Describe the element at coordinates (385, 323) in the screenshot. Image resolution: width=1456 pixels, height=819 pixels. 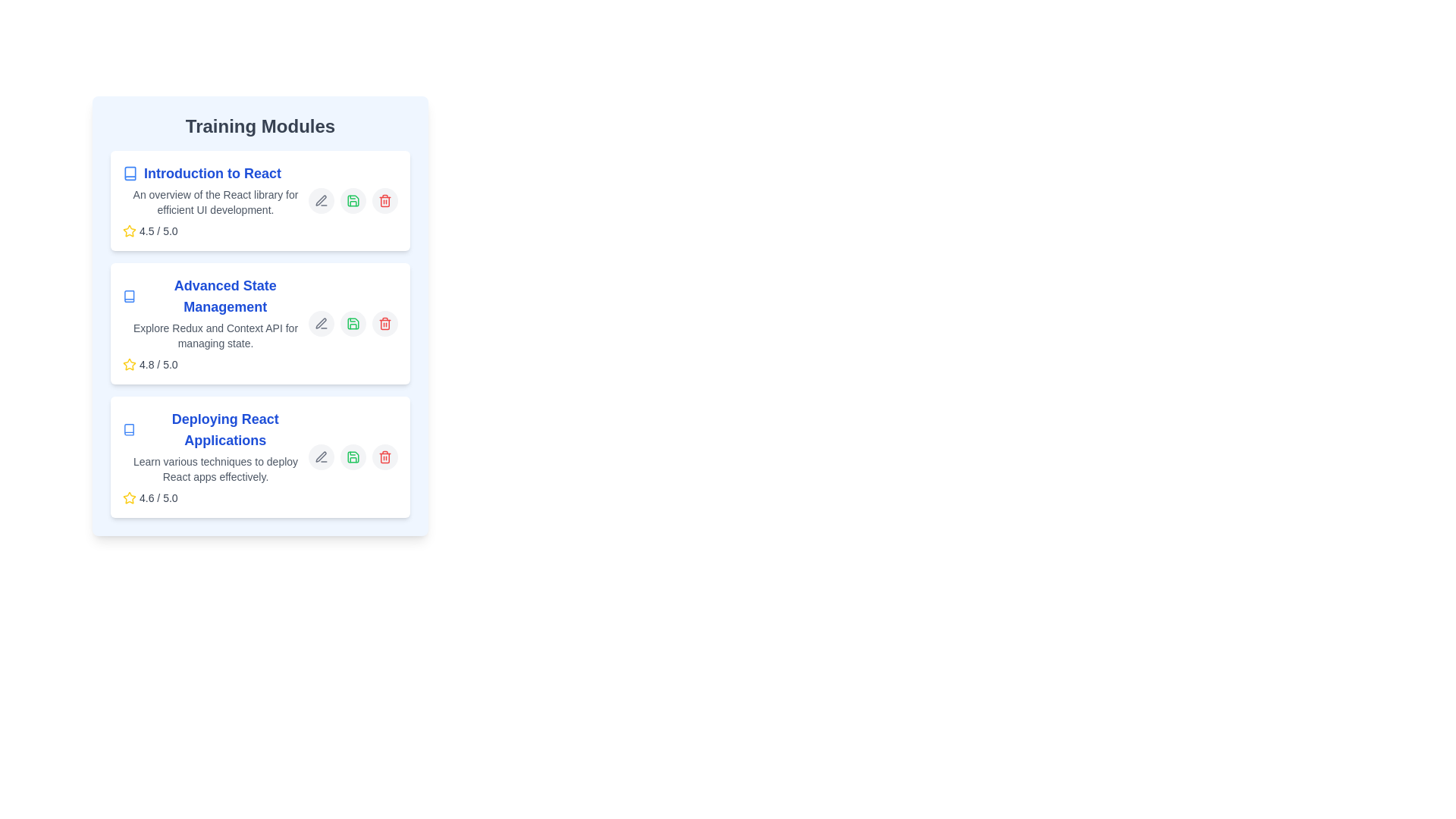
I see `the circular button with a gray background and a red trash can icon, which is the third button in the row associated with the 'Advanced State Management' module, to change its background color` at that location.